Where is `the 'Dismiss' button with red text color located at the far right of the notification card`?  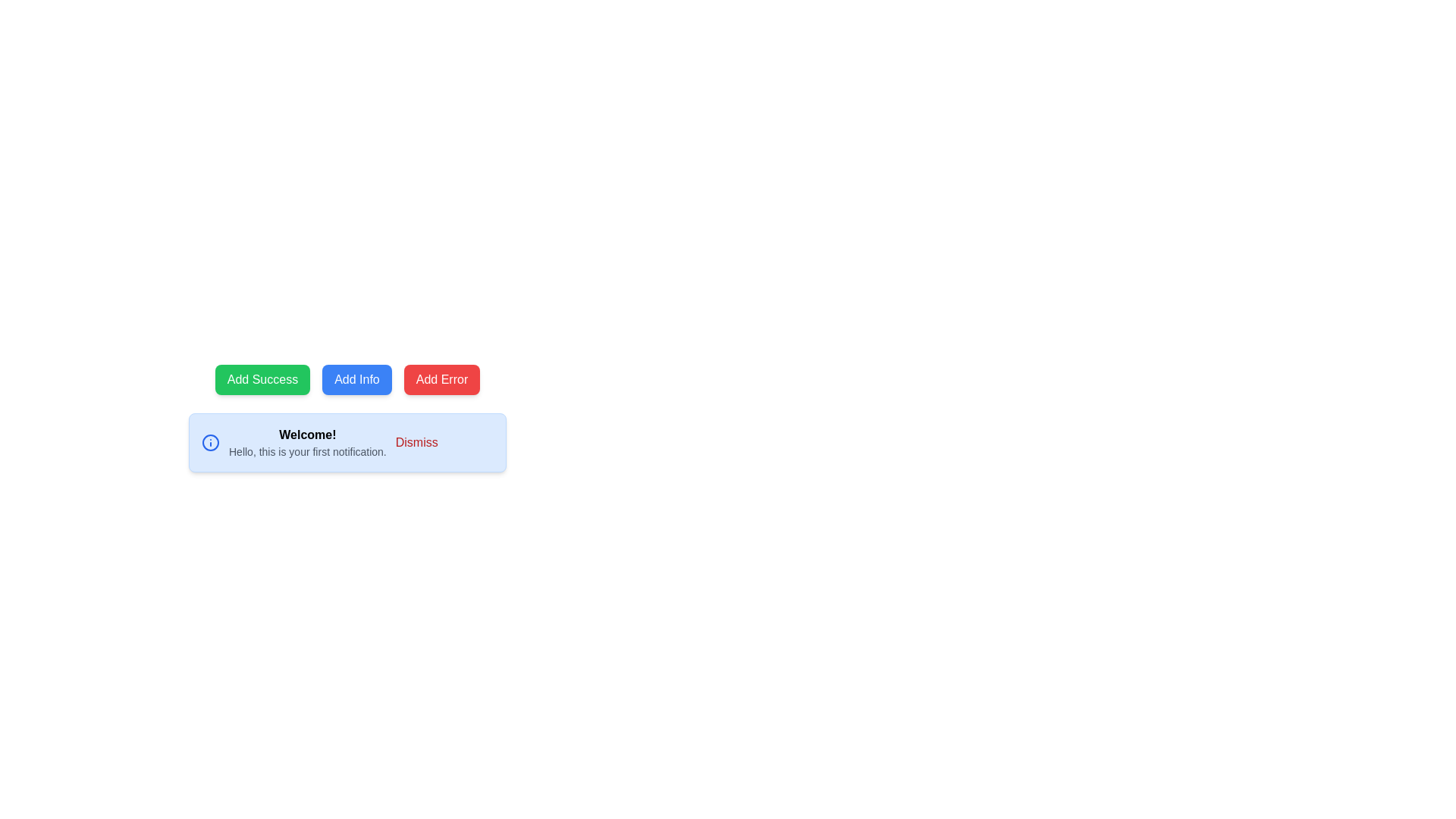 the 'Dismiss' button with red text color located at the far right of the notification card is located at coordinates (416, 442).